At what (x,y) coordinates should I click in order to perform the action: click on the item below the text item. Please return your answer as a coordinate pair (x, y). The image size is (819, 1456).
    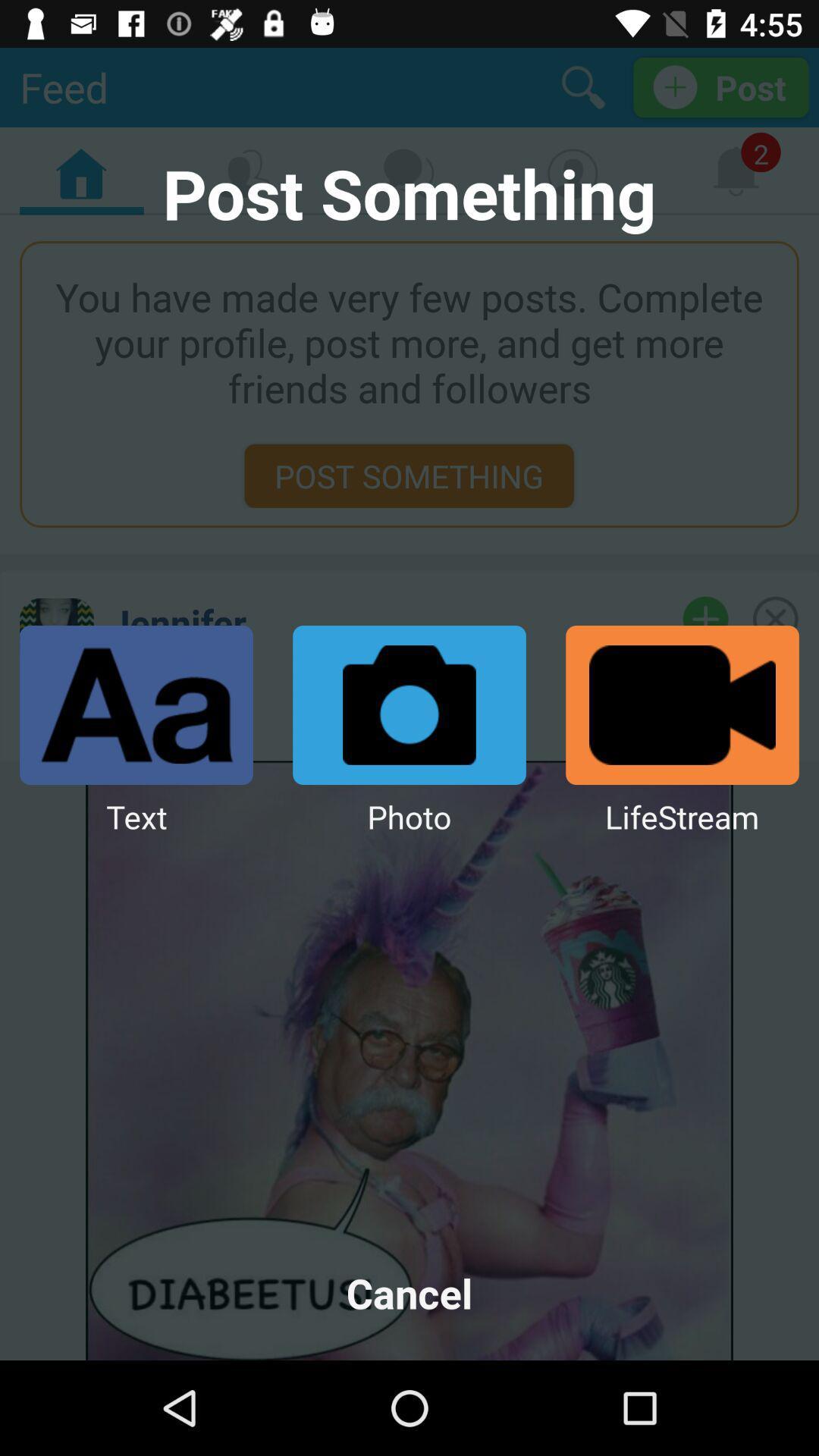
    Looking at the image, I should click on (409, 1292).